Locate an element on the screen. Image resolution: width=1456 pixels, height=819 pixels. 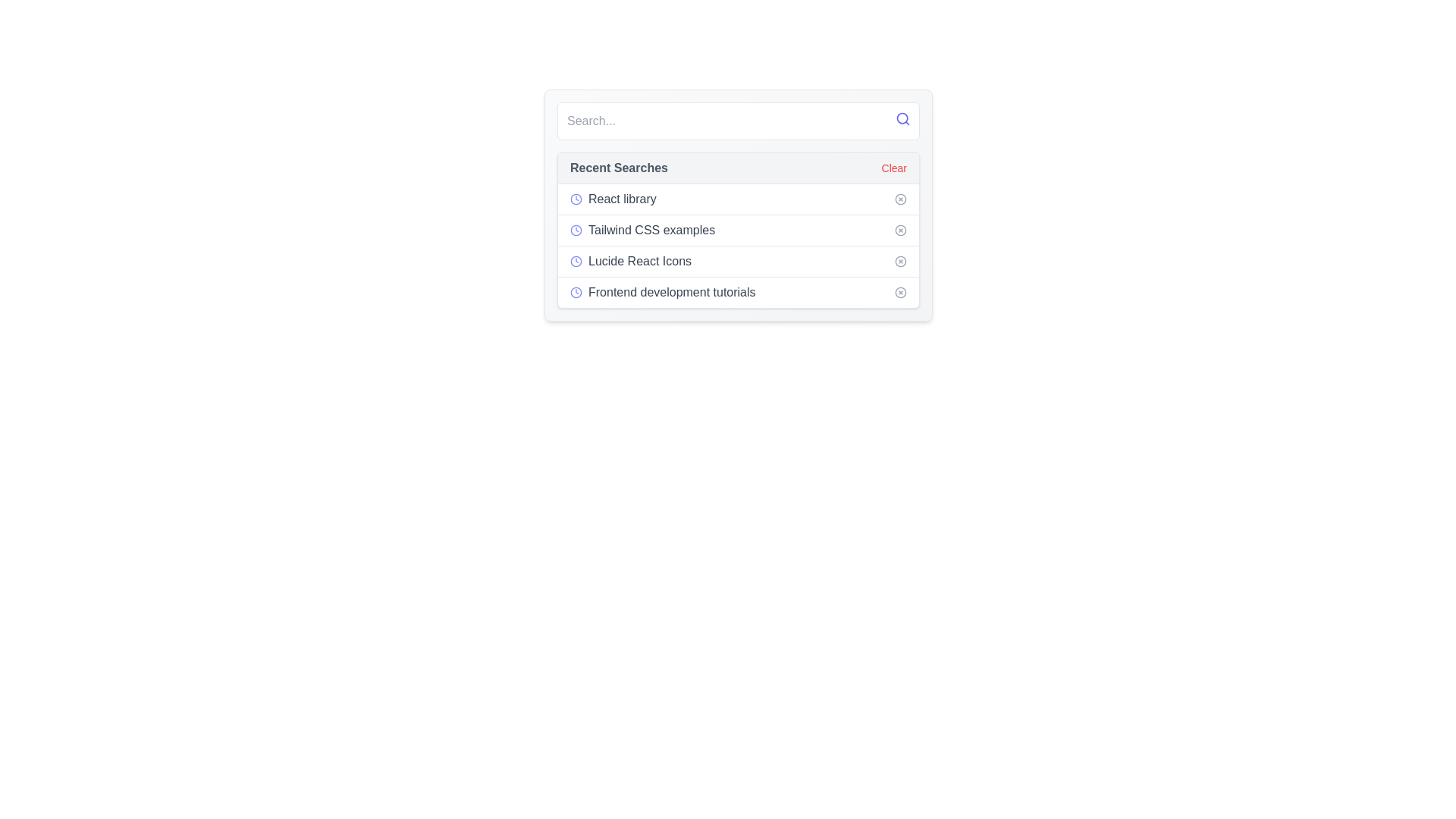
the appearance of the circular SVG icon with a light blue stroke in the 'Lucide React Icons' row of the 'Recent Searches' list, located to the left of the text label is located at coordinates (575, 260).